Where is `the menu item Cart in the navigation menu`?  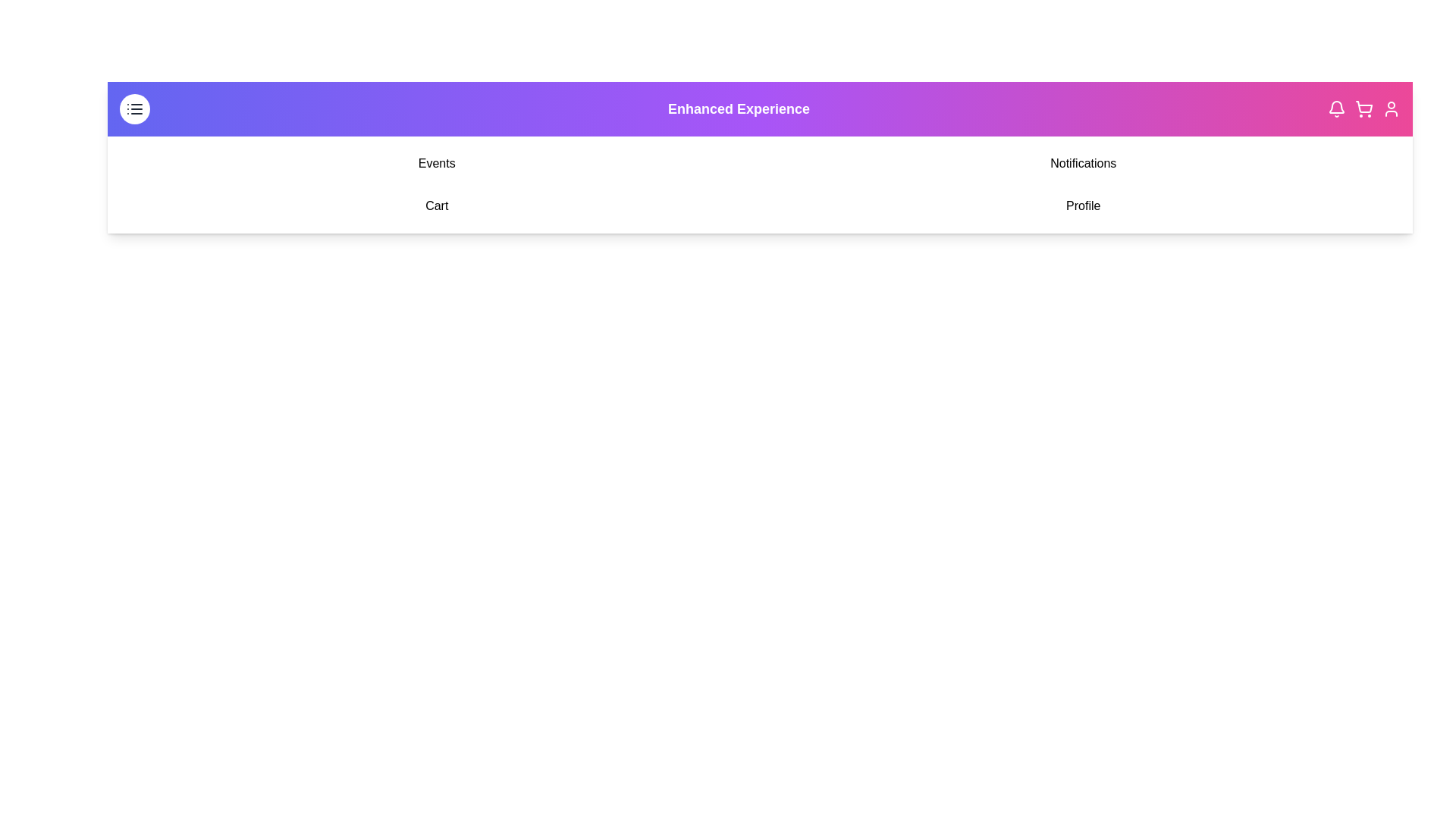 the menu item Cart in the navigation menu is located at coordinates (436, 206).